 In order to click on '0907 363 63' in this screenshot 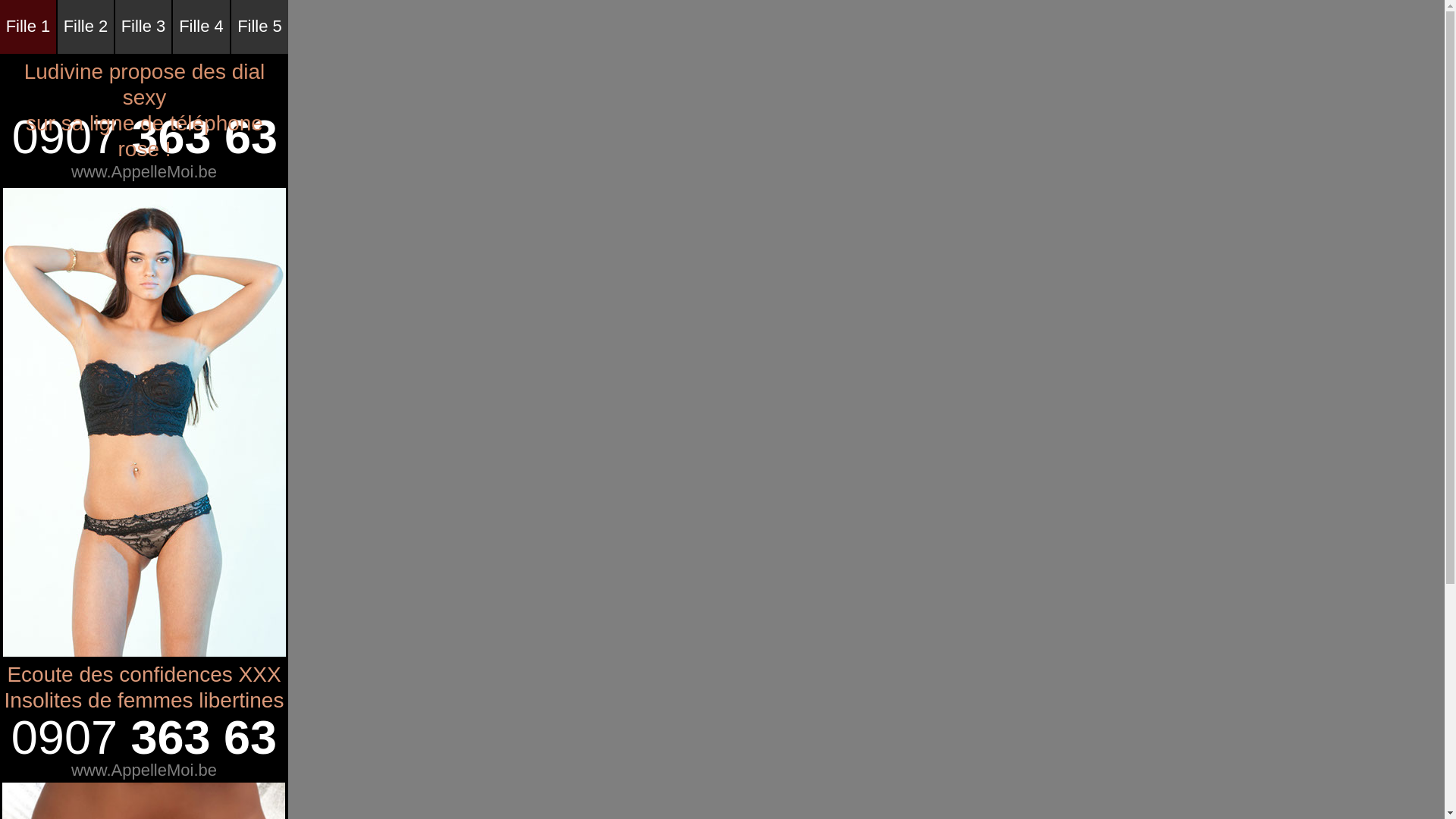, I will do `click(144, 737)`.